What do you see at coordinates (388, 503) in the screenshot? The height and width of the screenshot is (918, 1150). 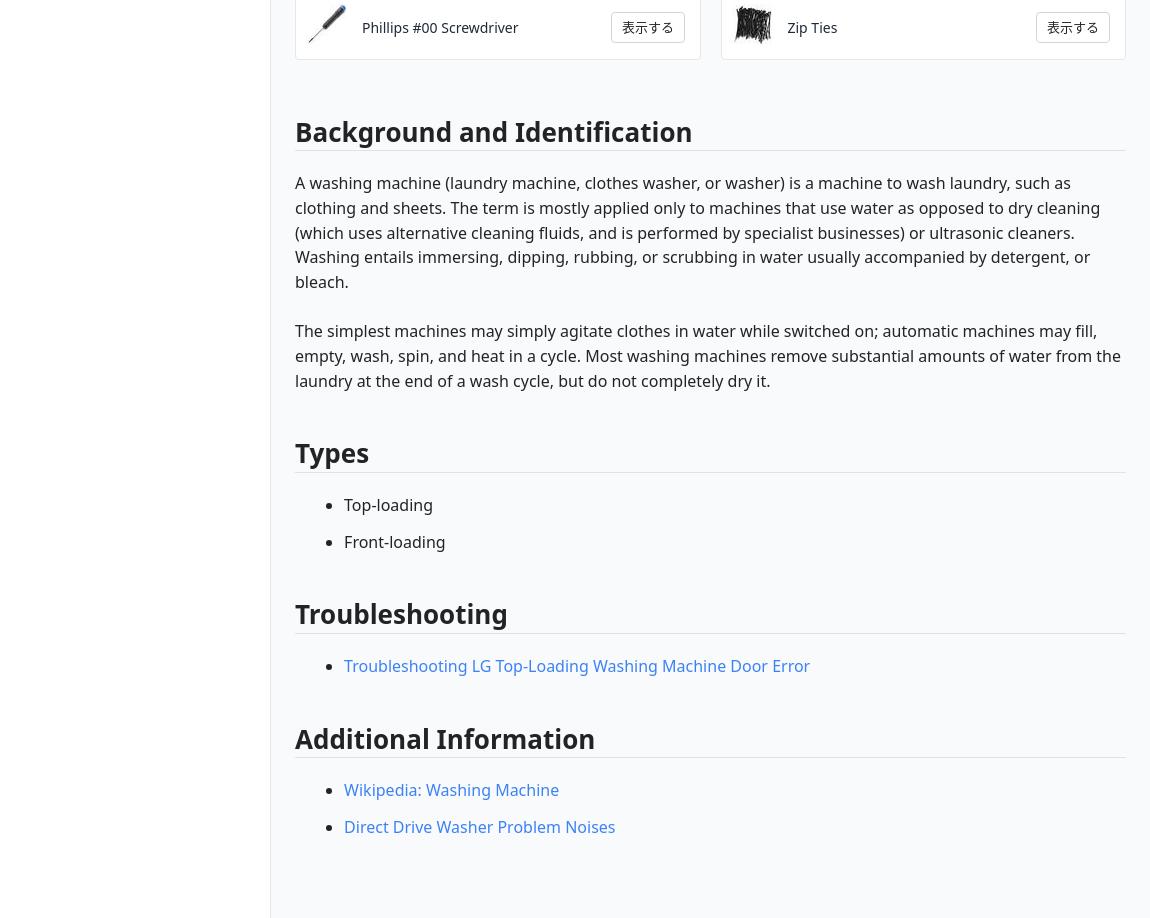 I see `'Top-loading'` at bounding box center [388, 503].